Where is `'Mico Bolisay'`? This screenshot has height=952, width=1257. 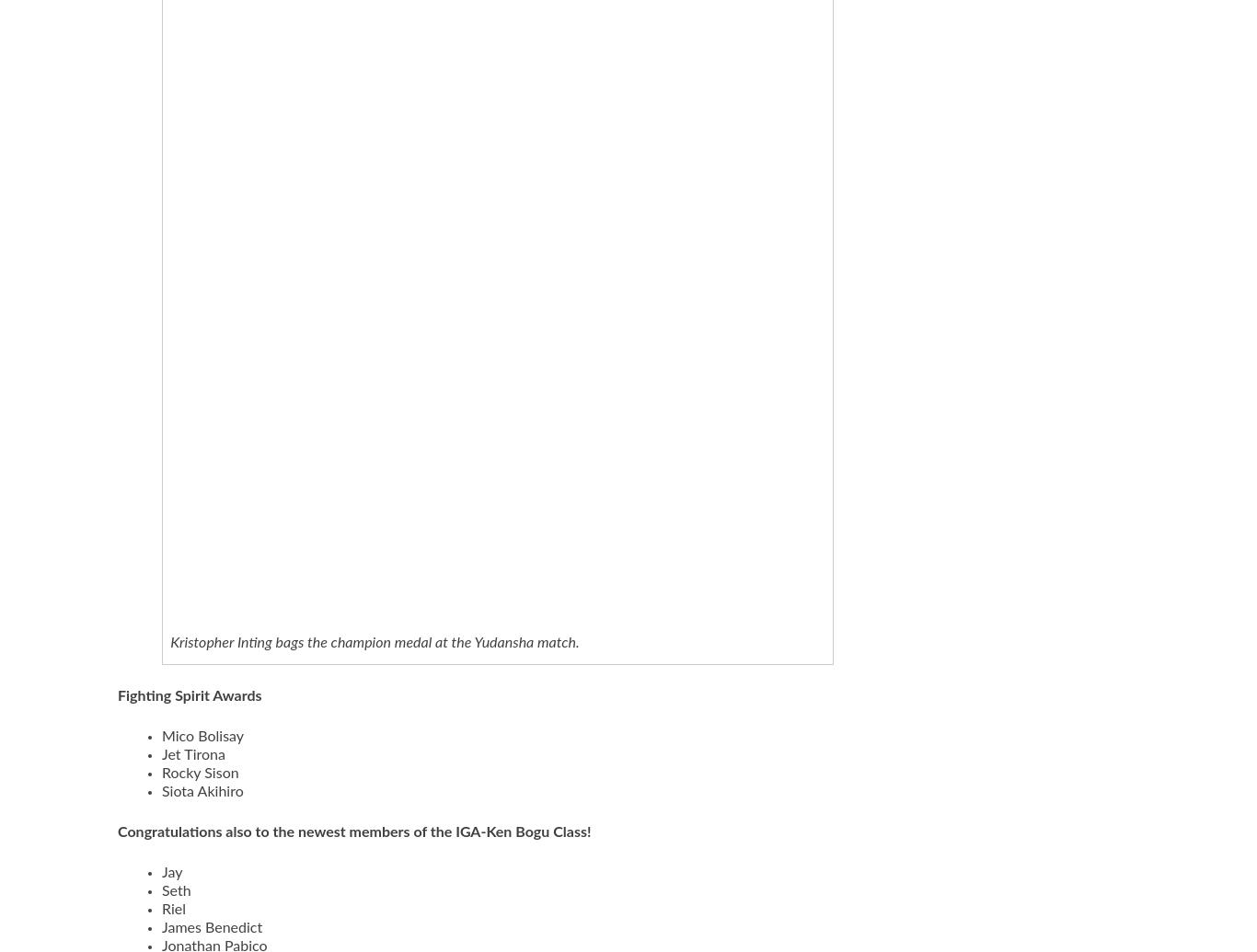 'Mico Bolisay' is located at coordinates (160, 735).